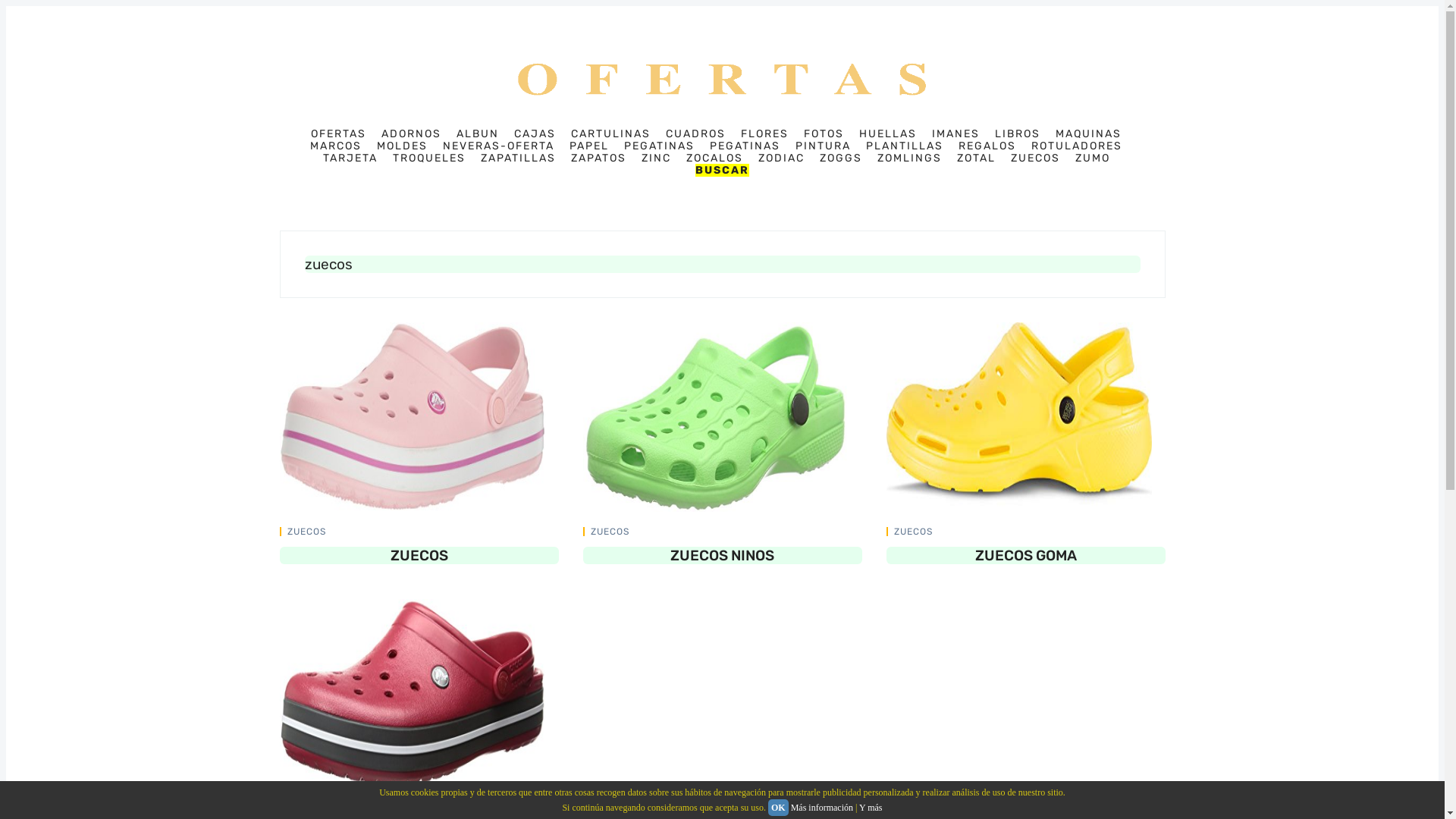 This screenshot has height=819, width=1456. I want to click on 'ZOMLINGS', so click(908, 158).